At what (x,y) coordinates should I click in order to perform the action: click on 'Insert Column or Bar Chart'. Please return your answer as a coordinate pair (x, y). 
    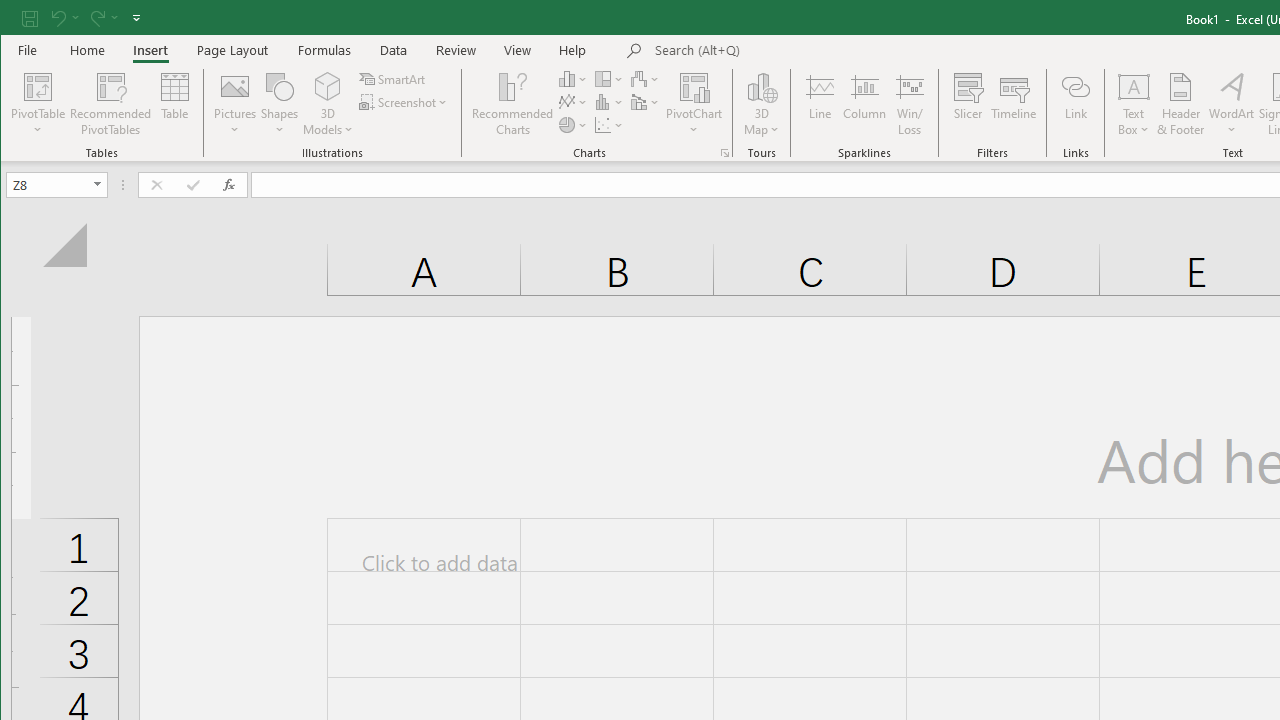
    Looking at the image, I should click on (572, 78).